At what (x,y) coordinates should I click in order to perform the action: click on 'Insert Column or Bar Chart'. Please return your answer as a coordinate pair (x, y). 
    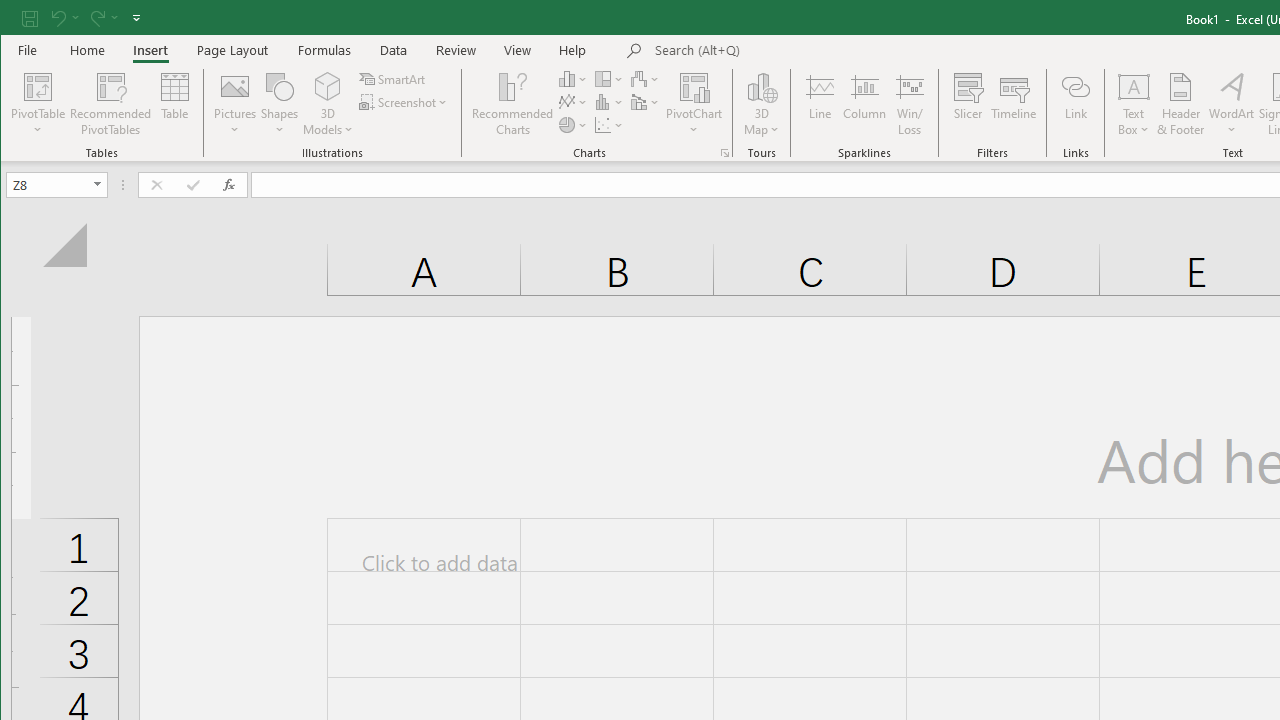
    Looking at the image, I should click on (572, 78).